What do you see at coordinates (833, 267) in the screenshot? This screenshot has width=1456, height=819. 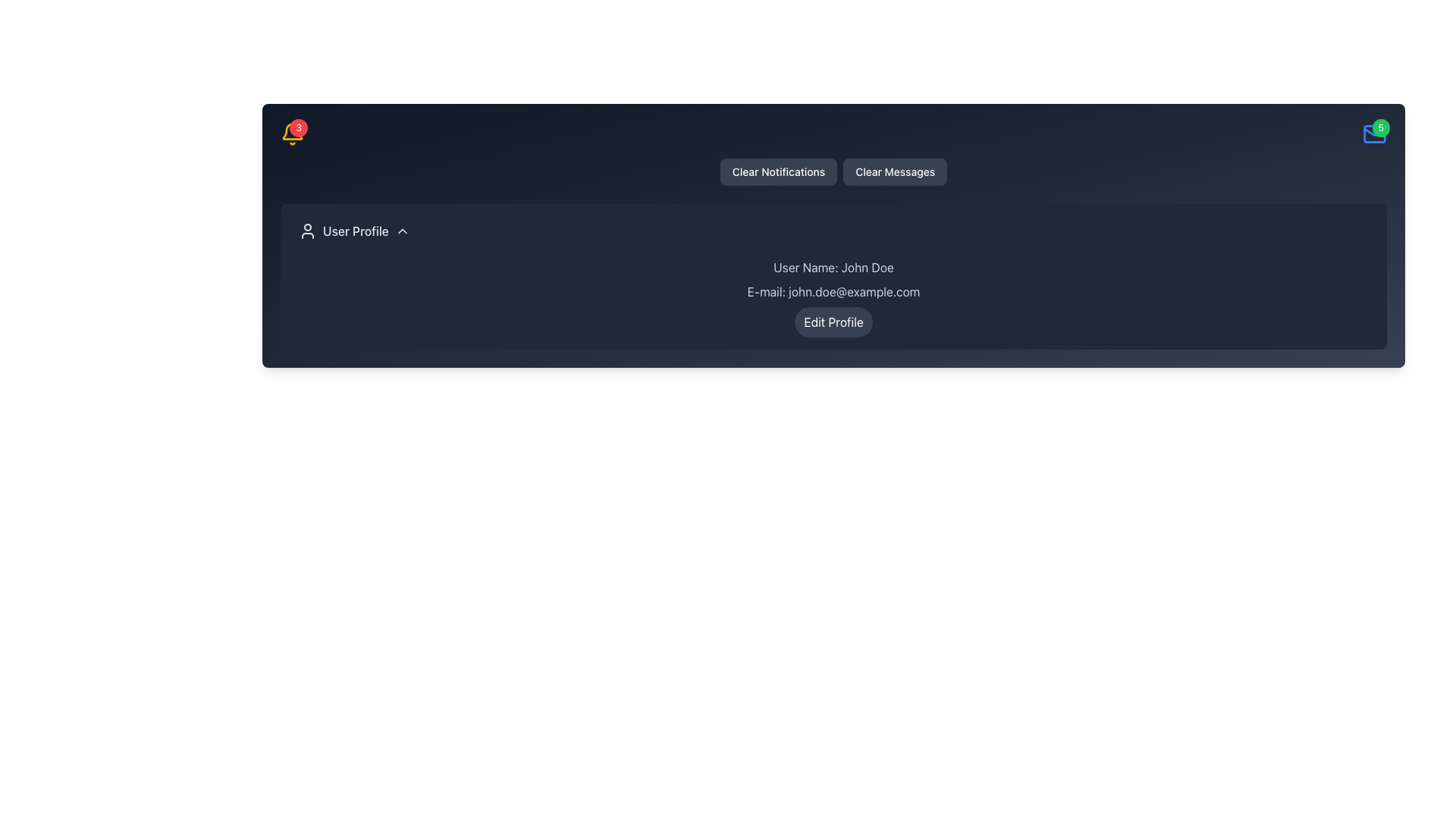 I see `static text element displaying the user's name, located above the email and below the edit profile button` at bounding box center [833, 267].